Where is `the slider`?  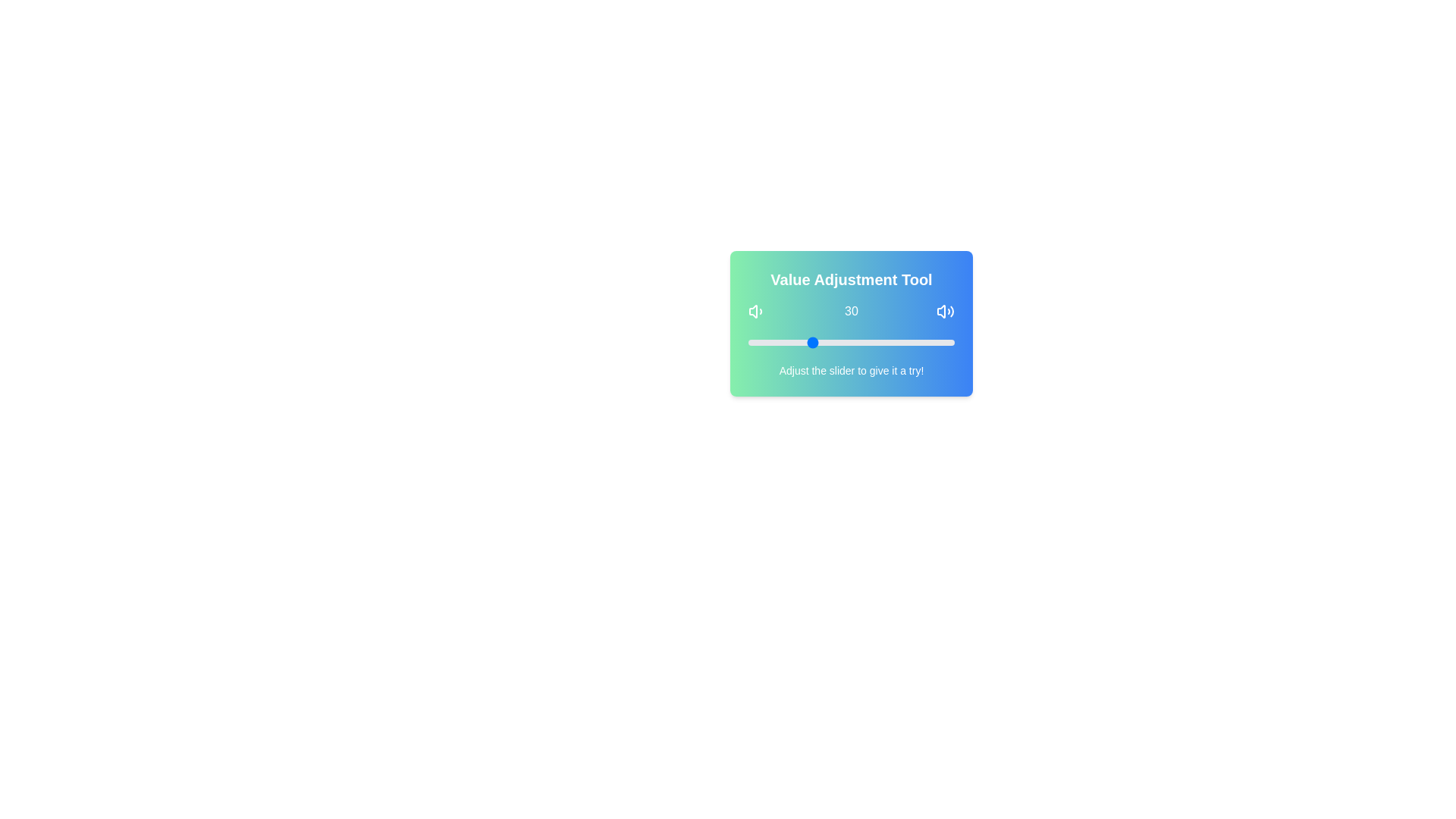
the slider is located at coordinates (846, 342).